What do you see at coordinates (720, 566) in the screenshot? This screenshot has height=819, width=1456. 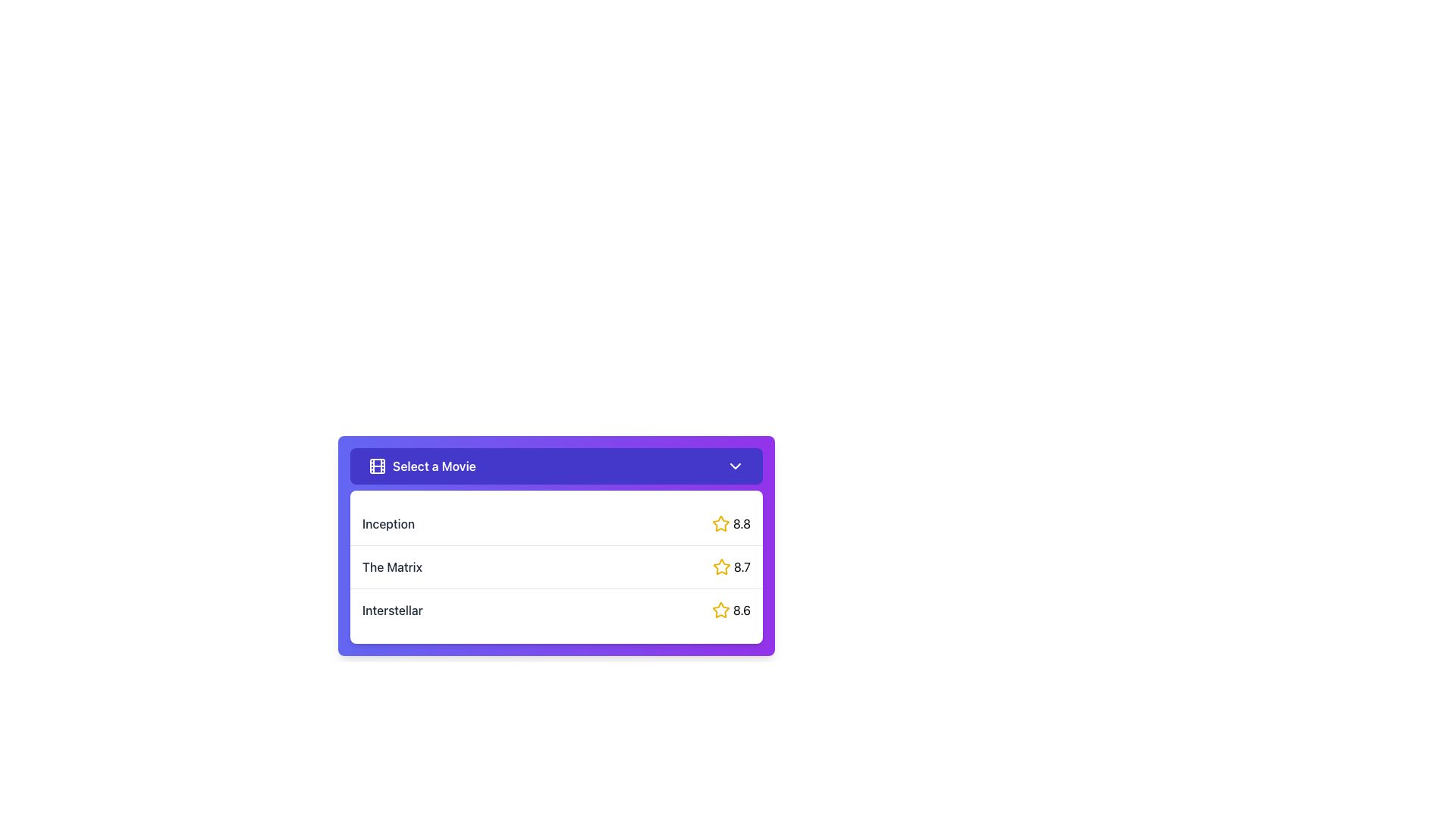 I see `the rating icon for 'The Matrix' movie option, which is located near the right side of the row adjacent to the displayed rating score '8.7'` at bounding box center [720, 566].